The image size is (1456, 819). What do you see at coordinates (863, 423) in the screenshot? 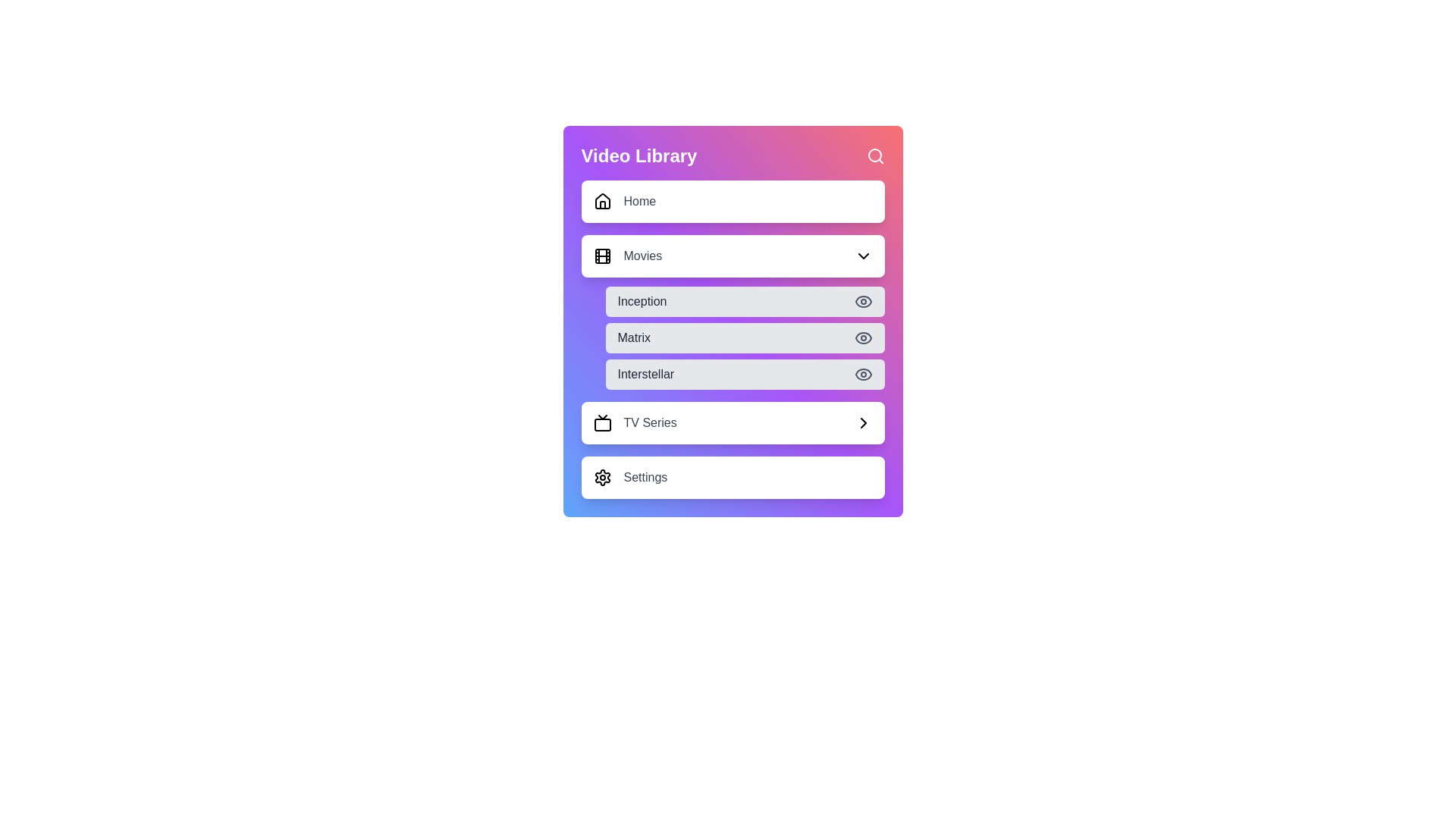
I see `the right-facing arrow icon located at the far right end of the 'TV Series' clickable row in the 'Video Library' section` at bounding box center [863, 423].